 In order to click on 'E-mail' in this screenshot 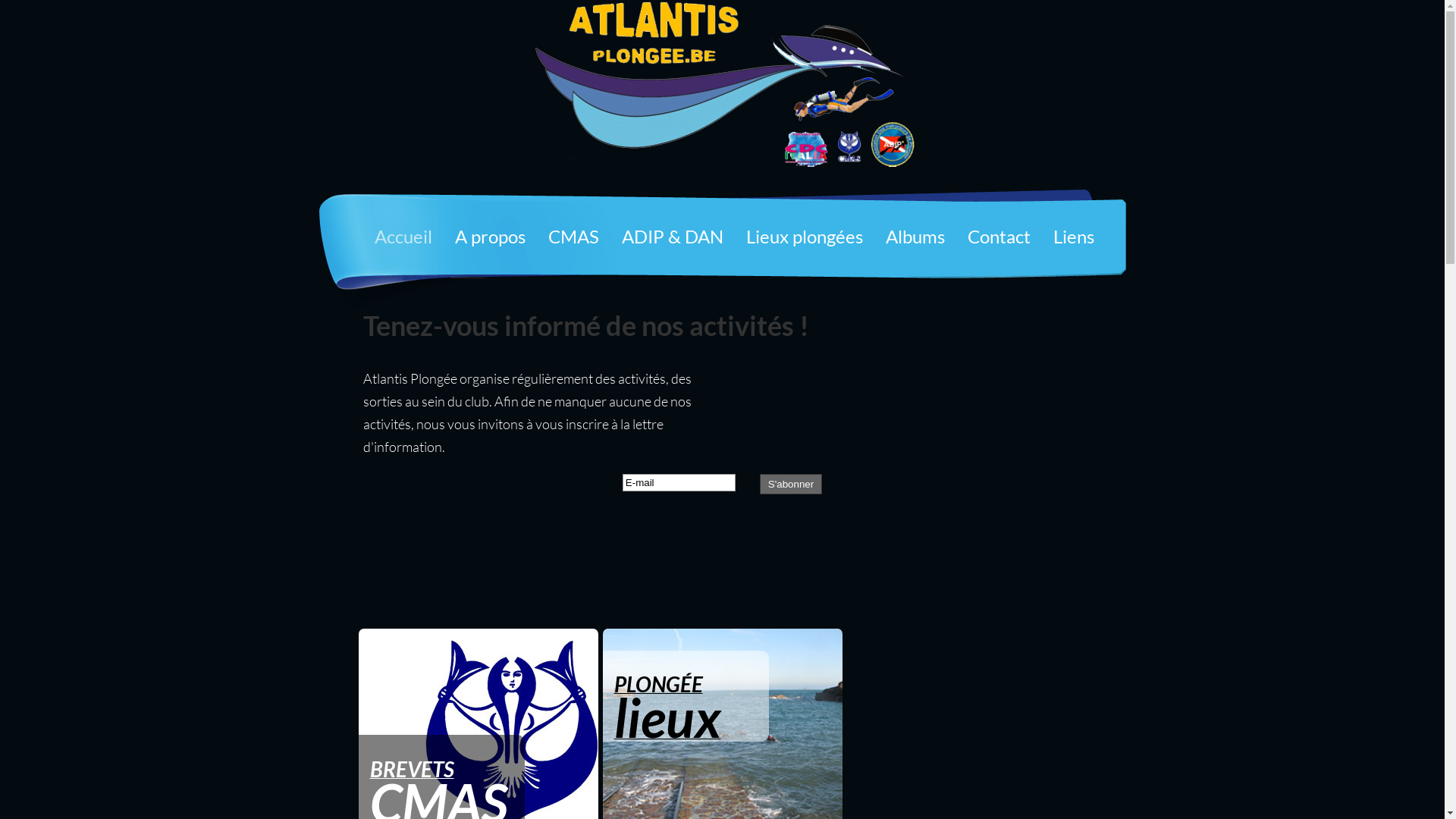, I will do `click(622, 482)`.